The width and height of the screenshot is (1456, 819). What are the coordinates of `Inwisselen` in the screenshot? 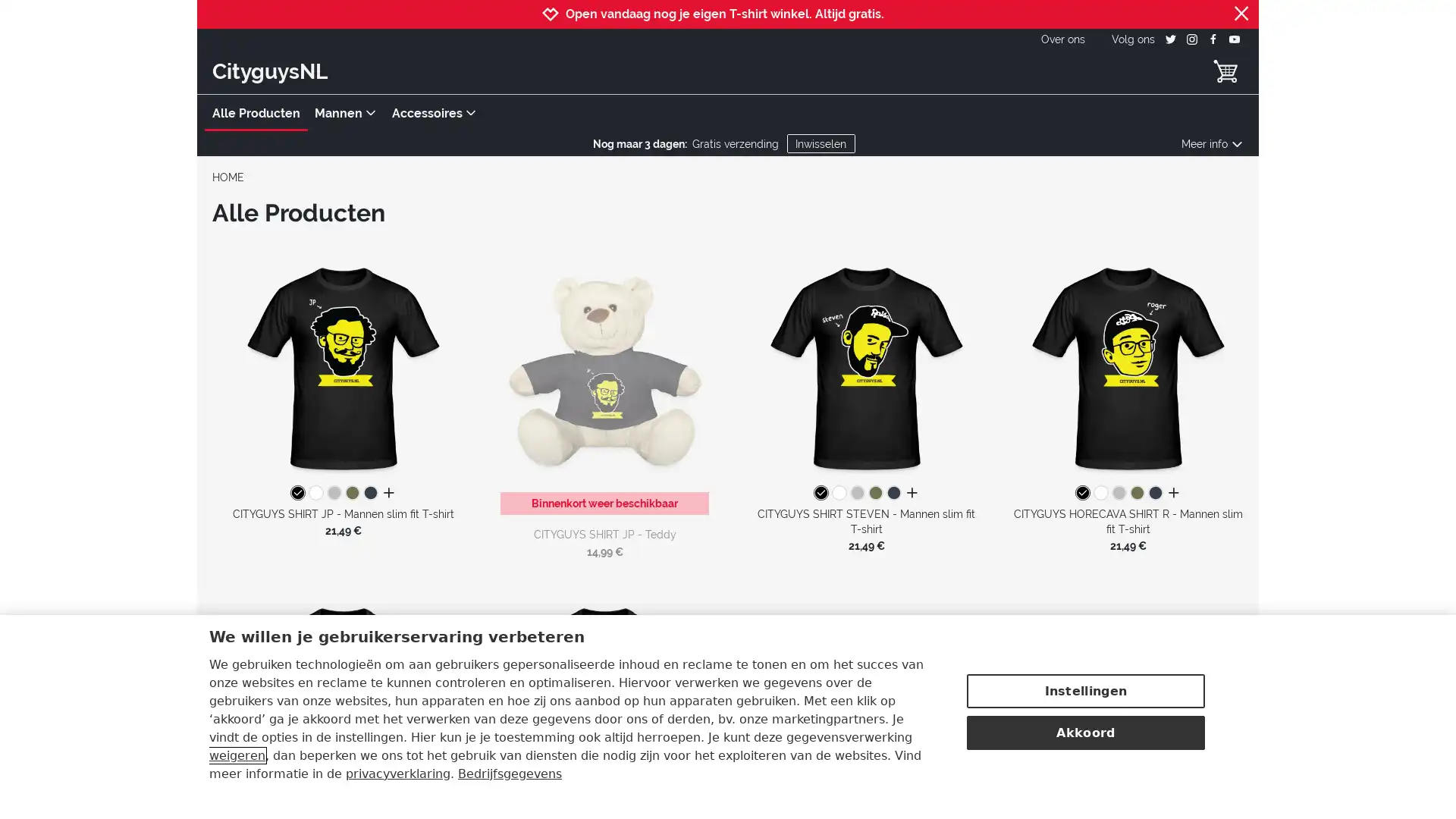 It's located at (819, 143).